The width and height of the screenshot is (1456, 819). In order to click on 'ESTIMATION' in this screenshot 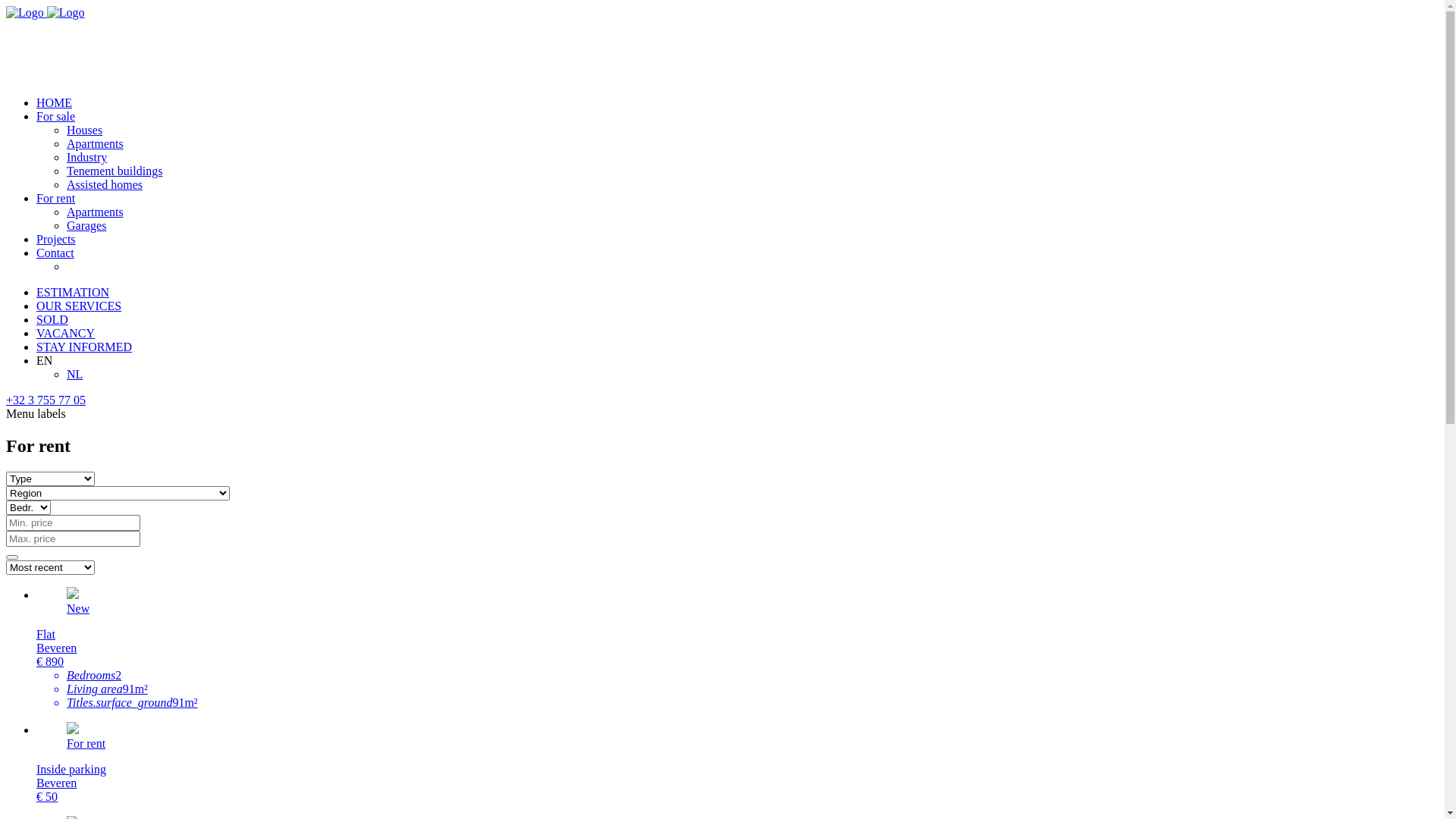, I will do `click(72, 292)`.